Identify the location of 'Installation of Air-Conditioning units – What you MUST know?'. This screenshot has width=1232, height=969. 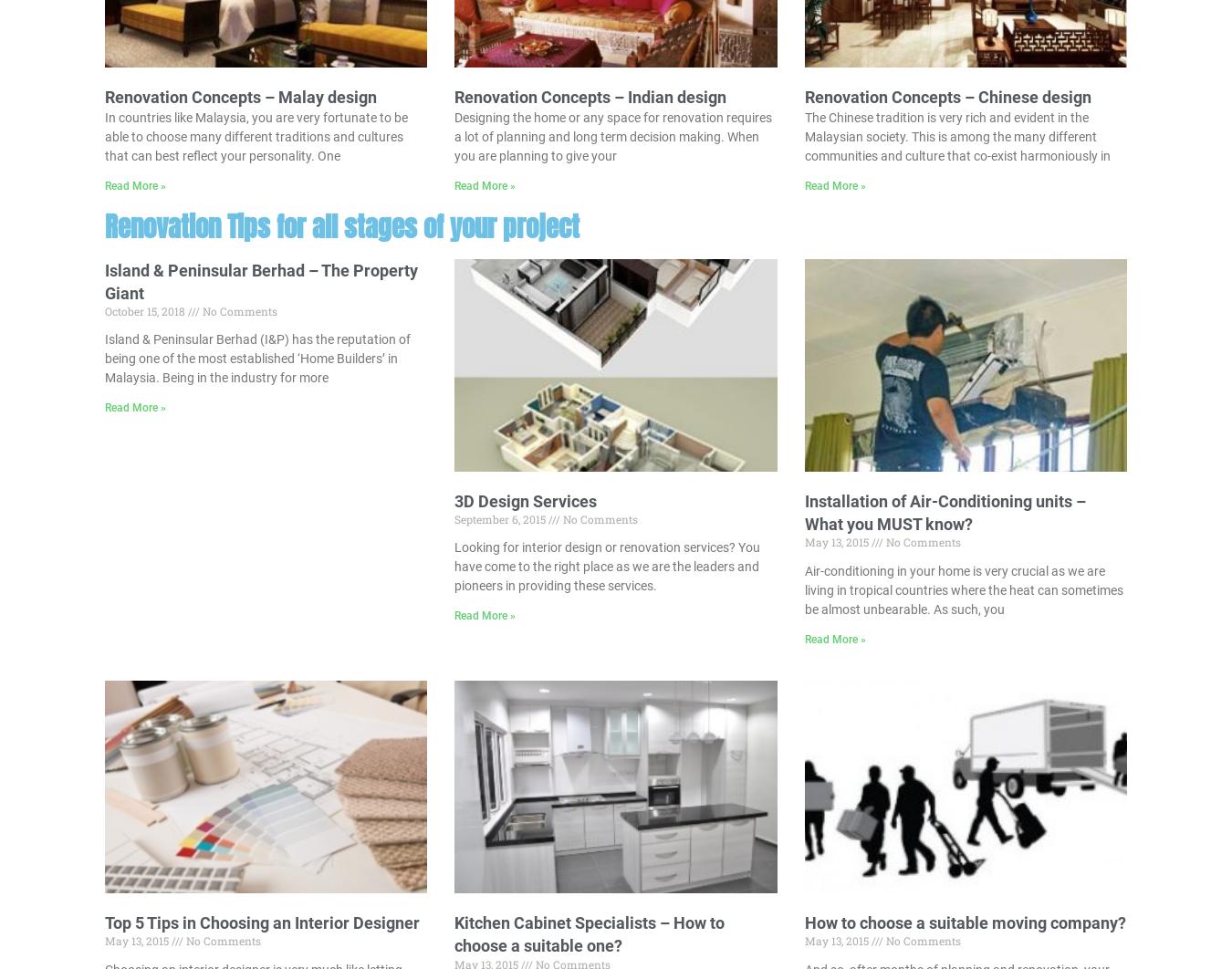
(945, 511).